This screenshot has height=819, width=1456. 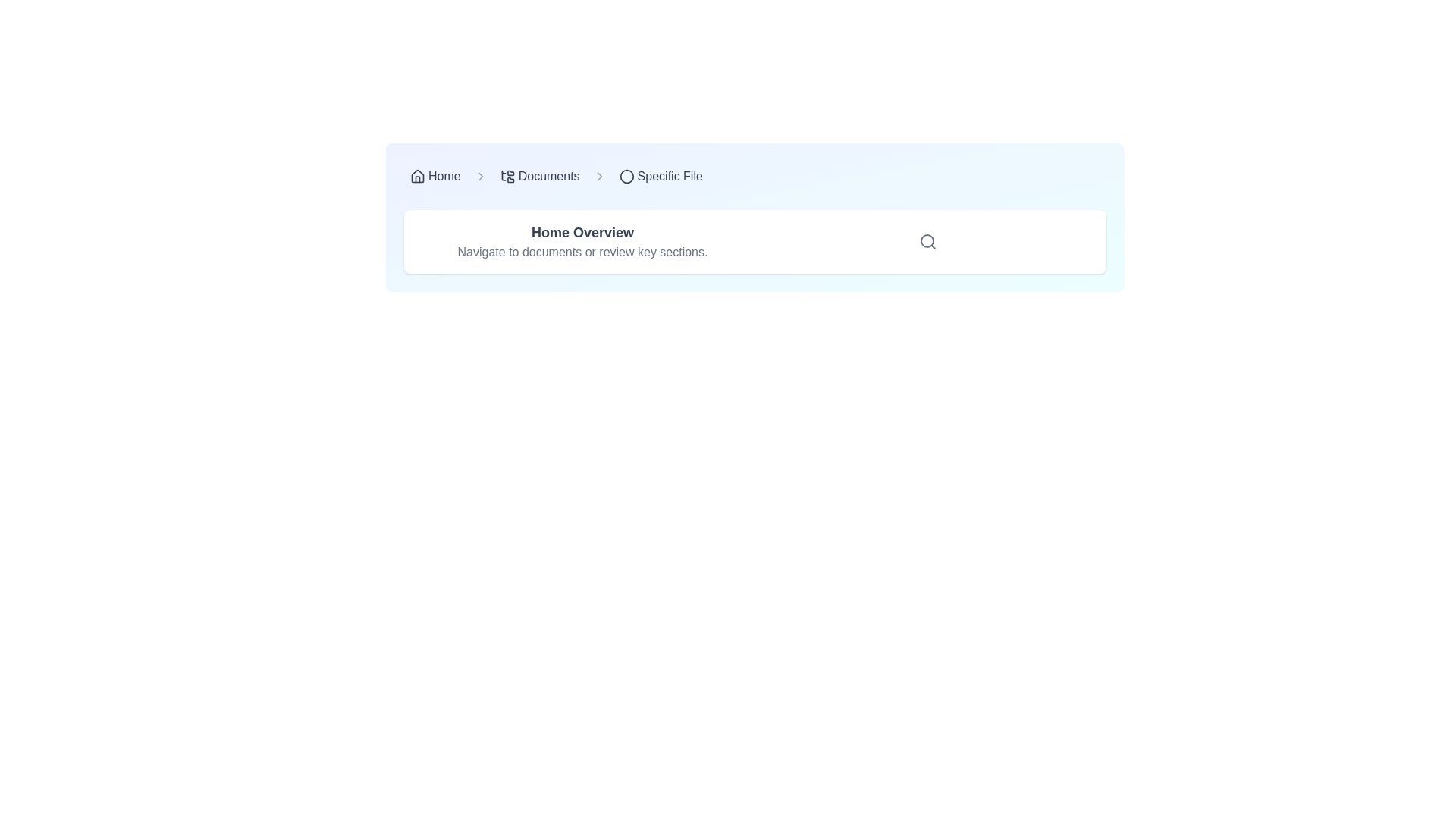 What do you see at coordinates (669, 175) in the screenshot?
I see `the breadcrumb link text labeled 'Specific File' located in the top-right corner of the navigation bar` at bounding box center [669, 175].